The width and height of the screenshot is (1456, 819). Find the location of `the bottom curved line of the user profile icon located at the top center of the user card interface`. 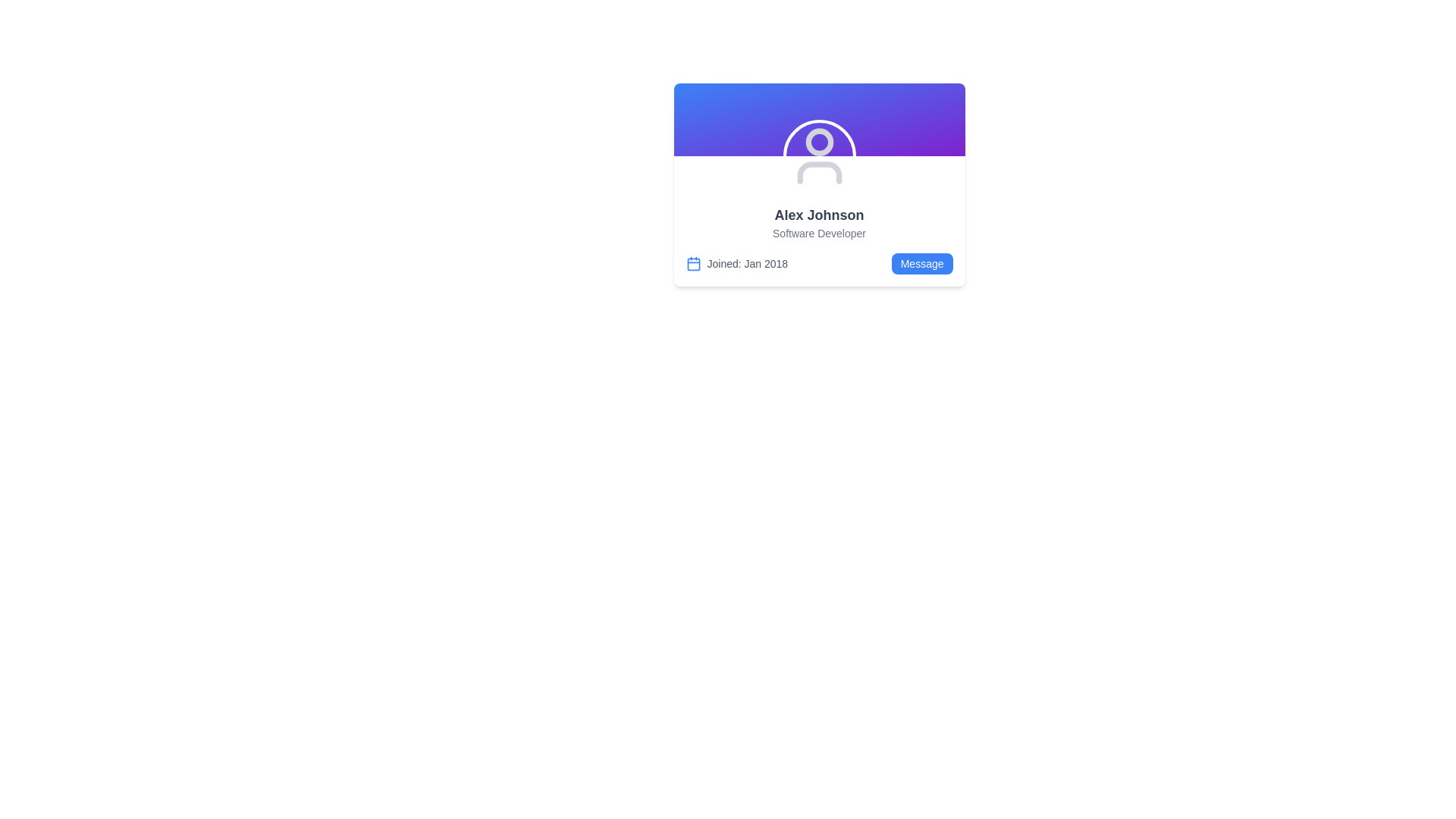

the bottom curved line of the user profile icon located at the top center of the user card interface is located at coordinates (818, 171).